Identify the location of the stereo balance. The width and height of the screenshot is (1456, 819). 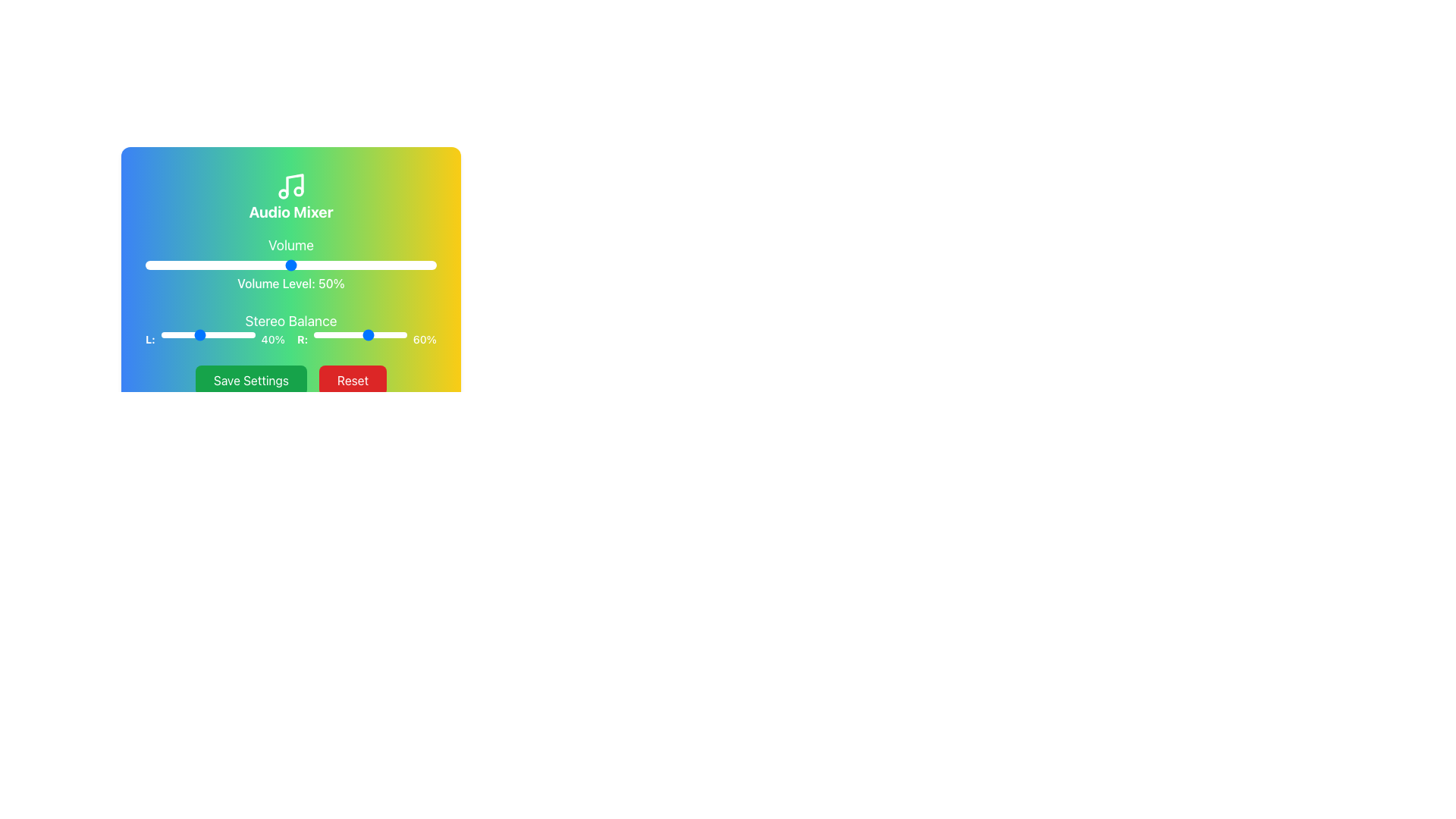
(371, 334).